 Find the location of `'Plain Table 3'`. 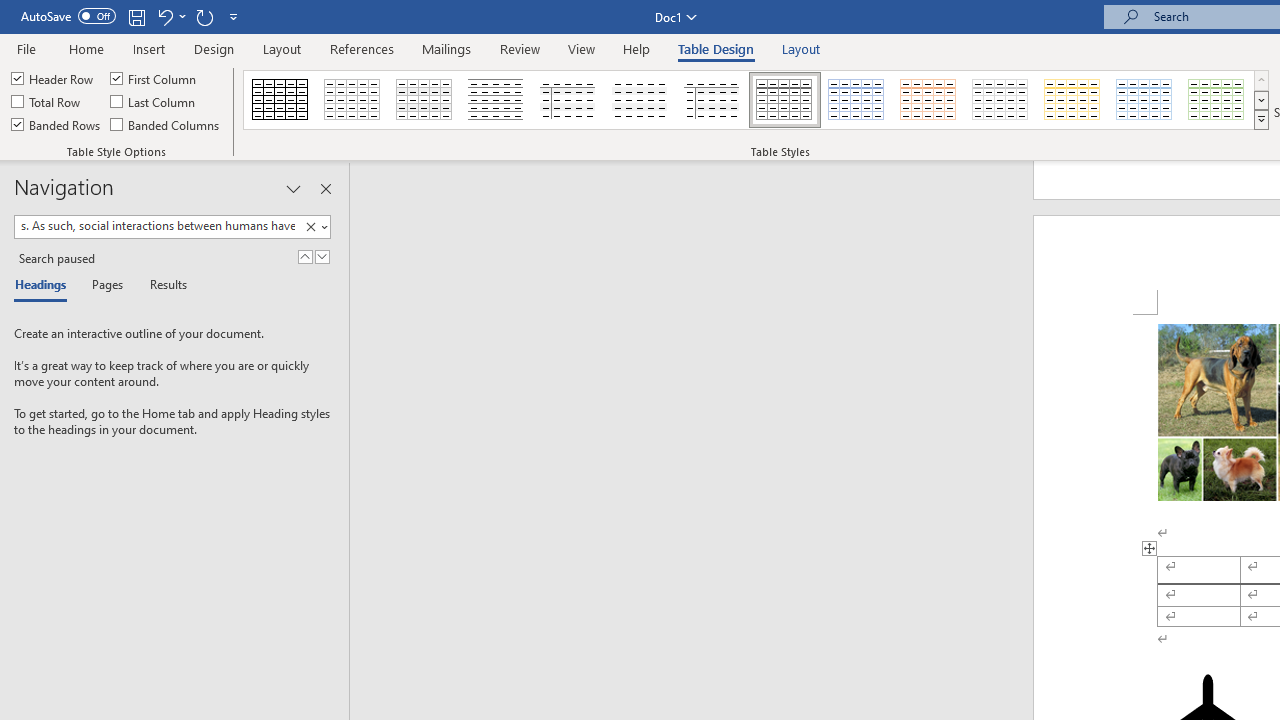

'Plain Table 3' is located at coordinates (567, 100).